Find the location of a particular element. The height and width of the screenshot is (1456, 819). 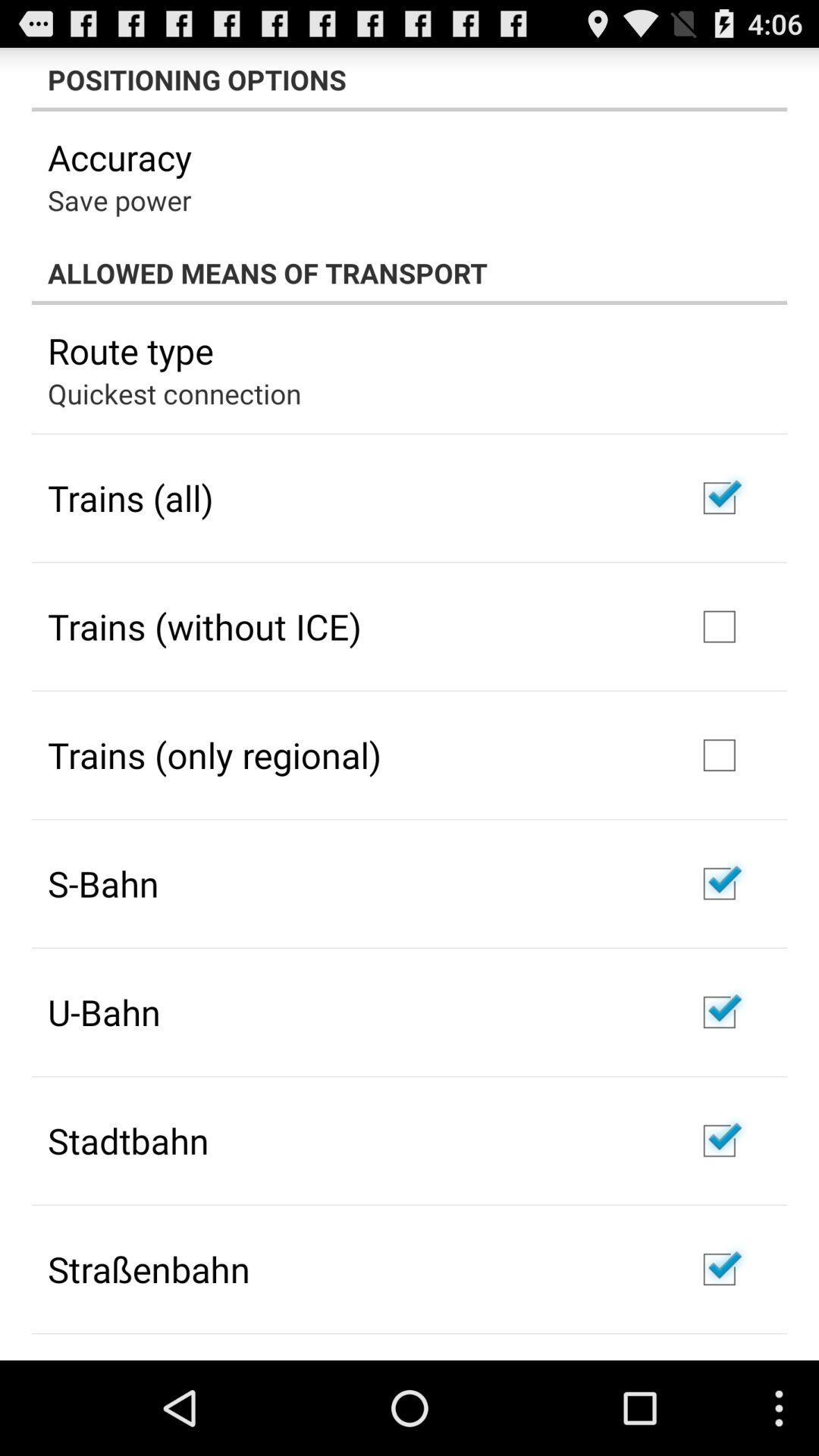

s-bahn item is located at coordinates (102, 883).